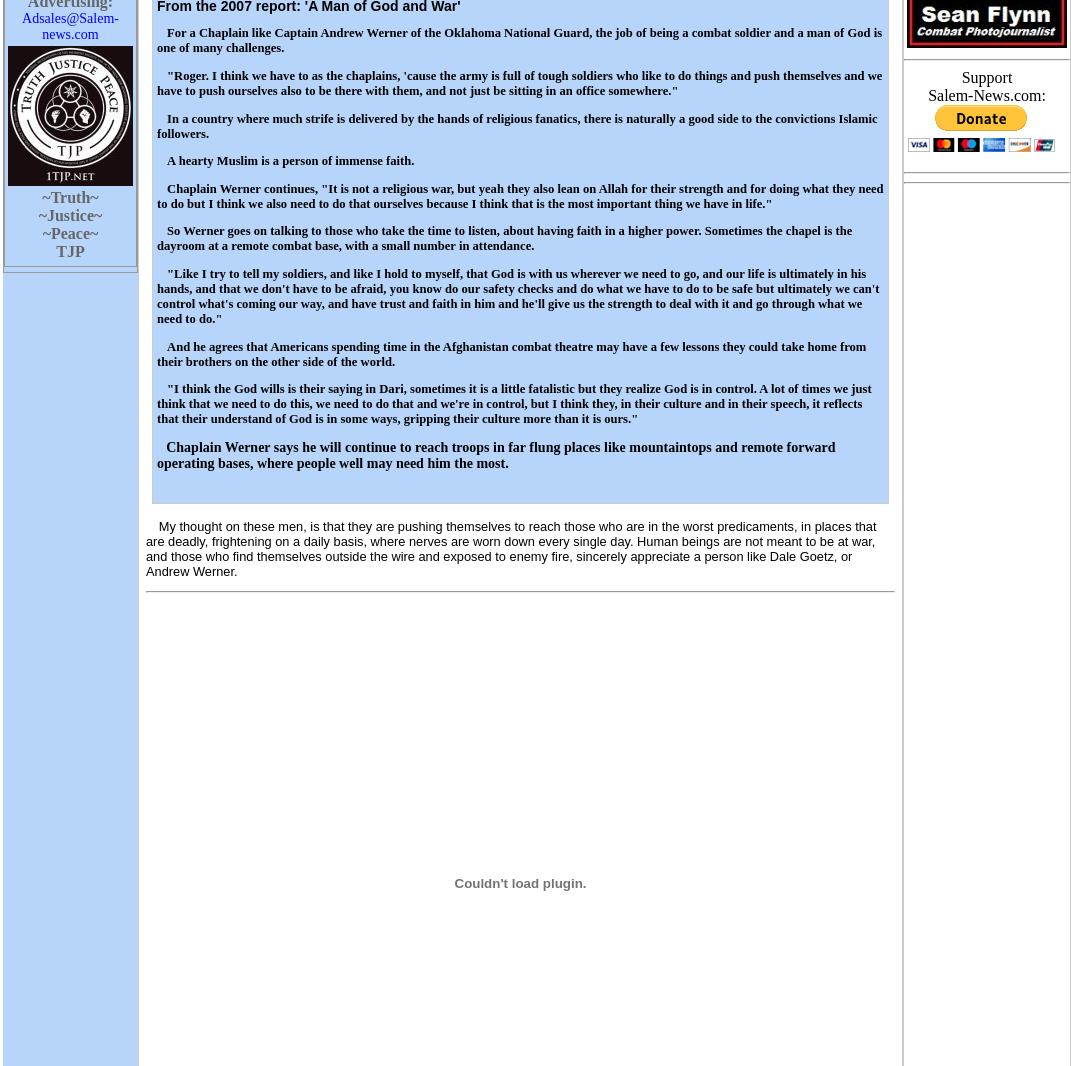 Image resolution: width=1071 pixels, height=1066 pixels. I want to click on 'So Werner goes on talking to those who take the time to listen, about having faith in a higher power. Sometimes the chapel is the dayroom at a remote combat base, with a small number in attendance.', so click(156, 237).